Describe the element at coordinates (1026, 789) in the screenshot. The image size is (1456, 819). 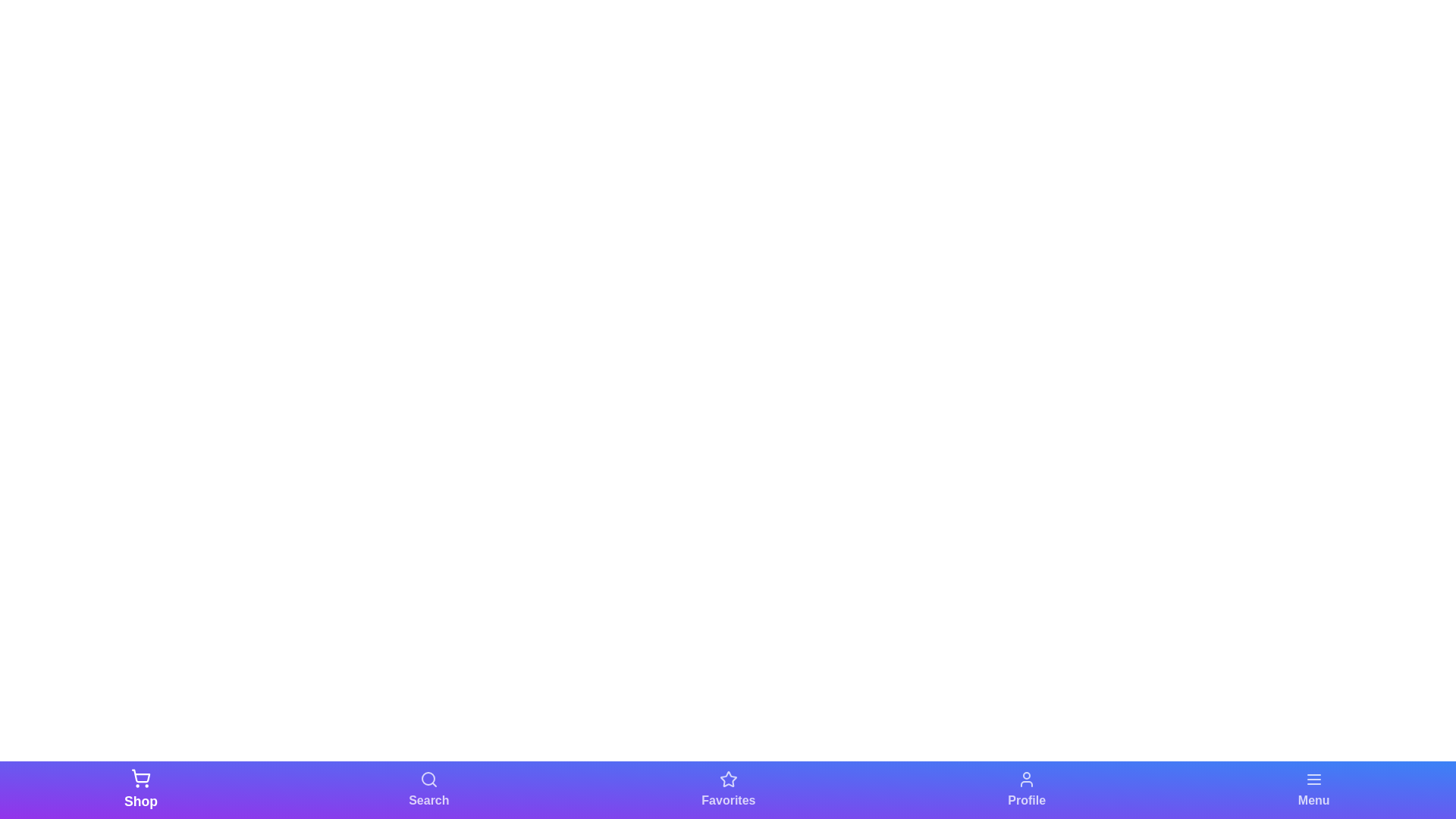
I see `the Profile tab in the bottom navigation bar` at that location.